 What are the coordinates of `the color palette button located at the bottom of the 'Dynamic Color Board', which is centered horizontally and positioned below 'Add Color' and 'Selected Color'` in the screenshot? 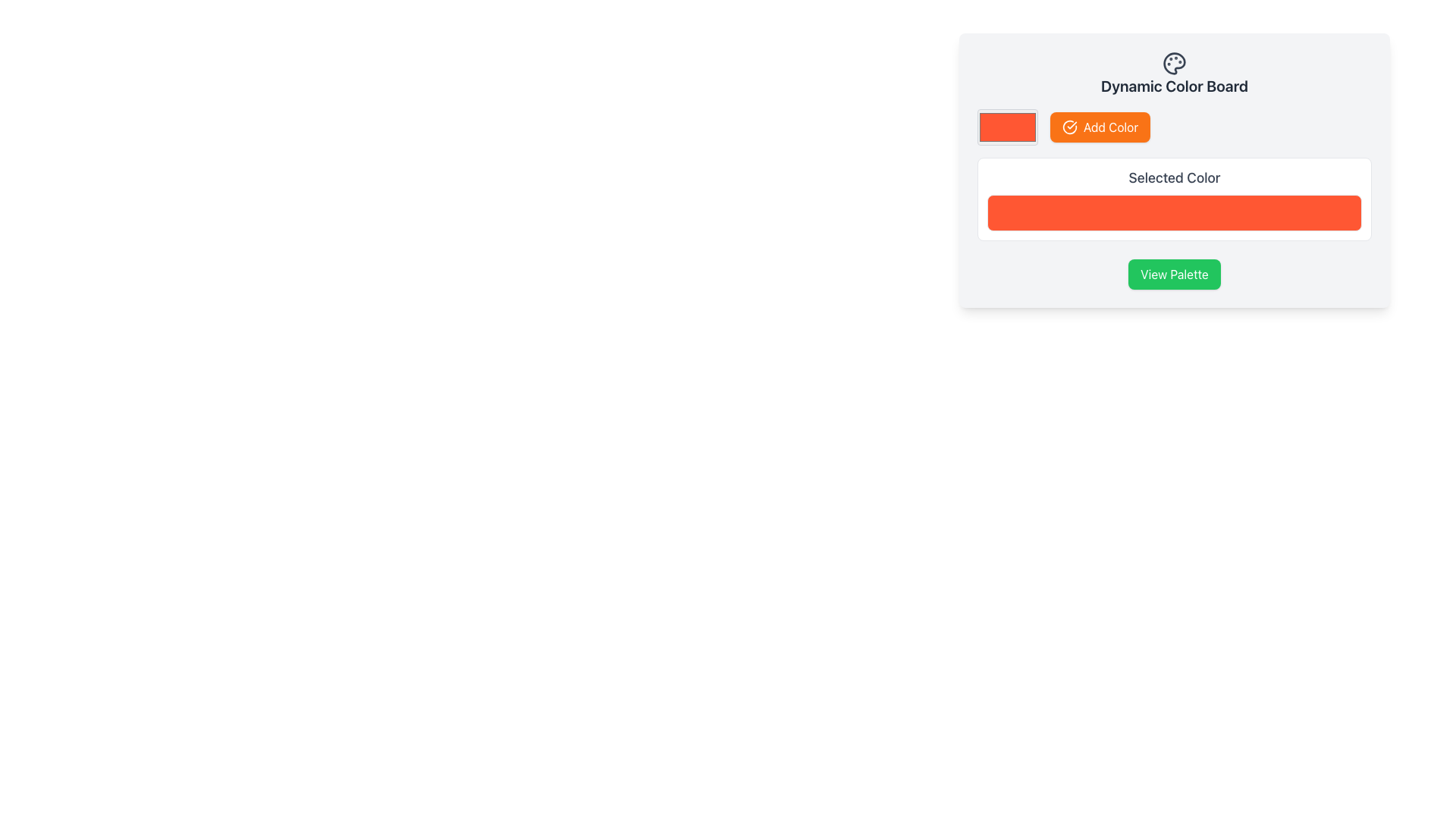 It's located at (1174, 275).